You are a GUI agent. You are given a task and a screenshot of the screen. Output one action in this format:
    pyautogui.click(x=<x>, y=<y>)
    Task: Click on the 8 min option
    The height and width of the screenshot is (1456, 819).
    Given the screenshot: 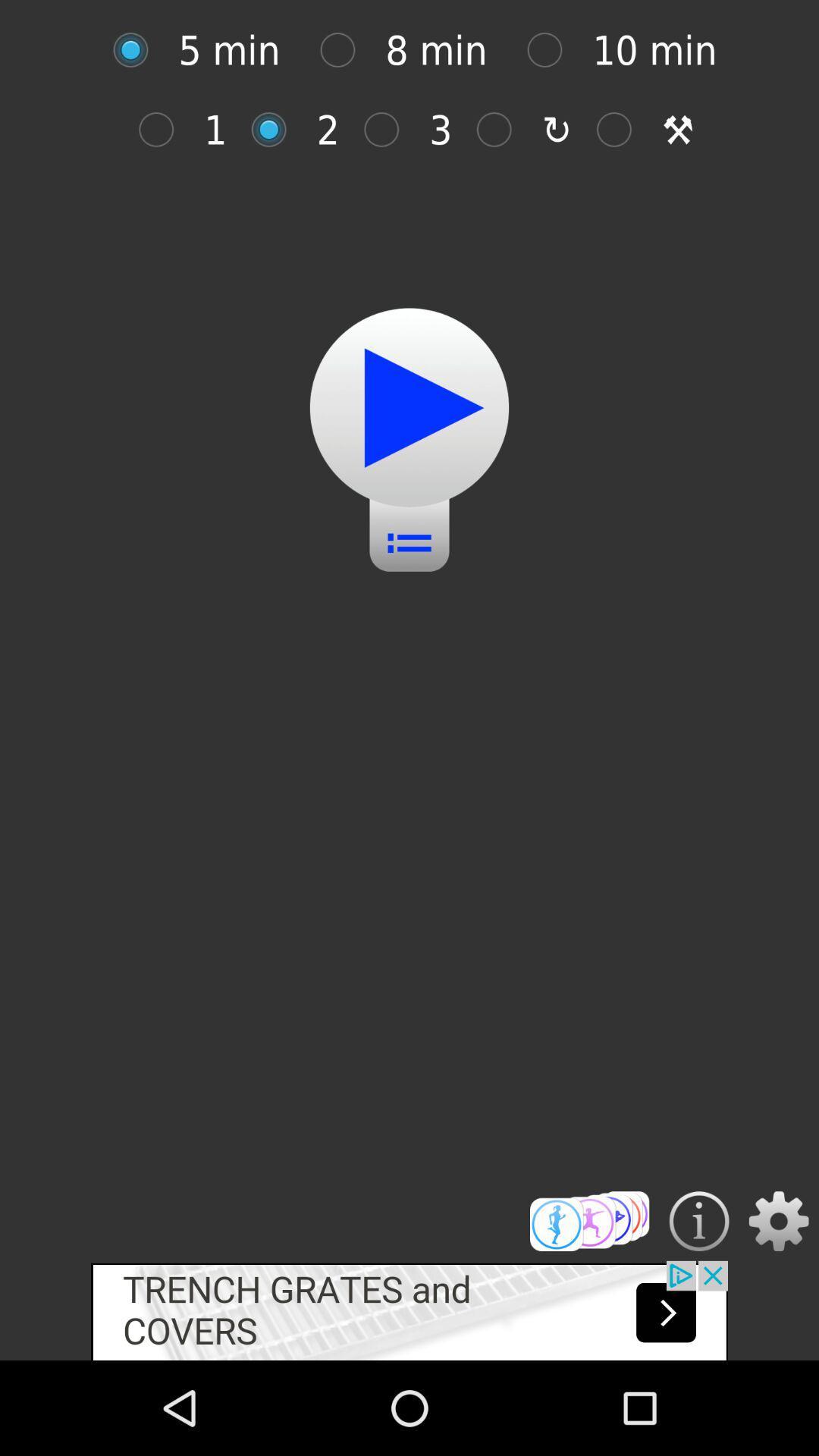 What is the action you would take?
    pyautogui.click(x=345, y=50)
    